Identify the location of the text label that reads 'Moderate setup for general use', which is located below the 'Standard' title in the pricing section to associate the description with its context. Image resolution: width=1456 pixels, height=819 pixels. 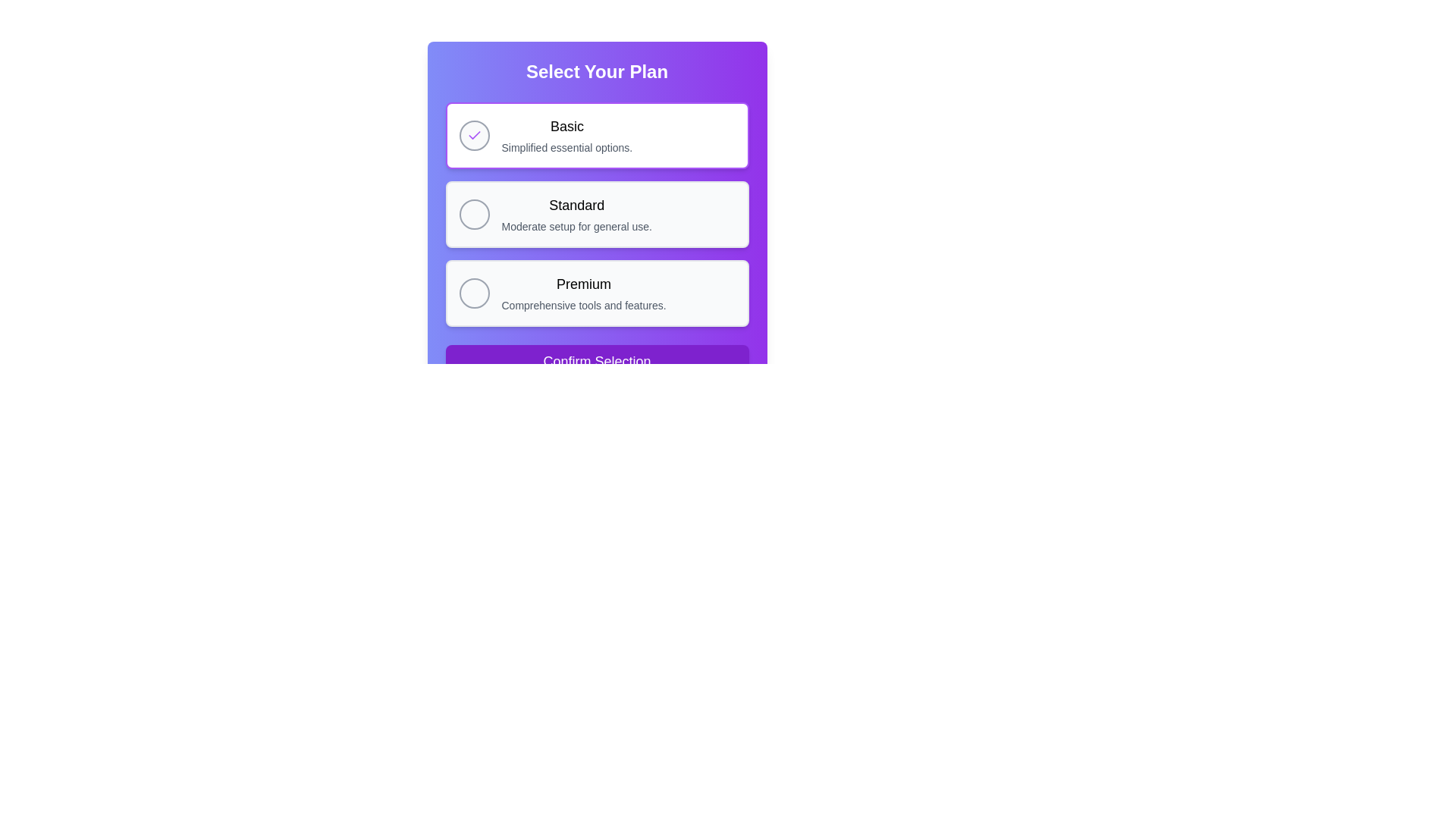
(576, 227).